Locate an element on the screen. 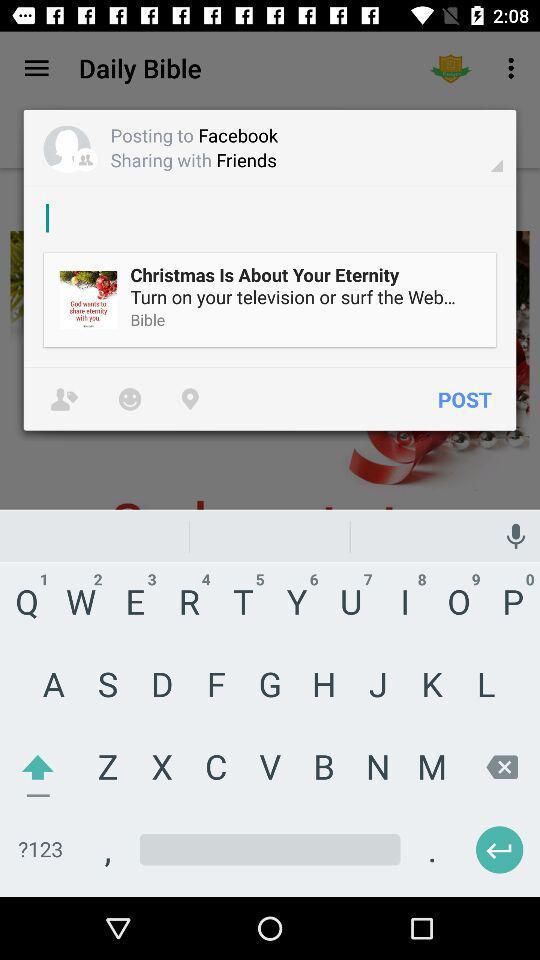  the menu icon is located at coordinates (36, 68).